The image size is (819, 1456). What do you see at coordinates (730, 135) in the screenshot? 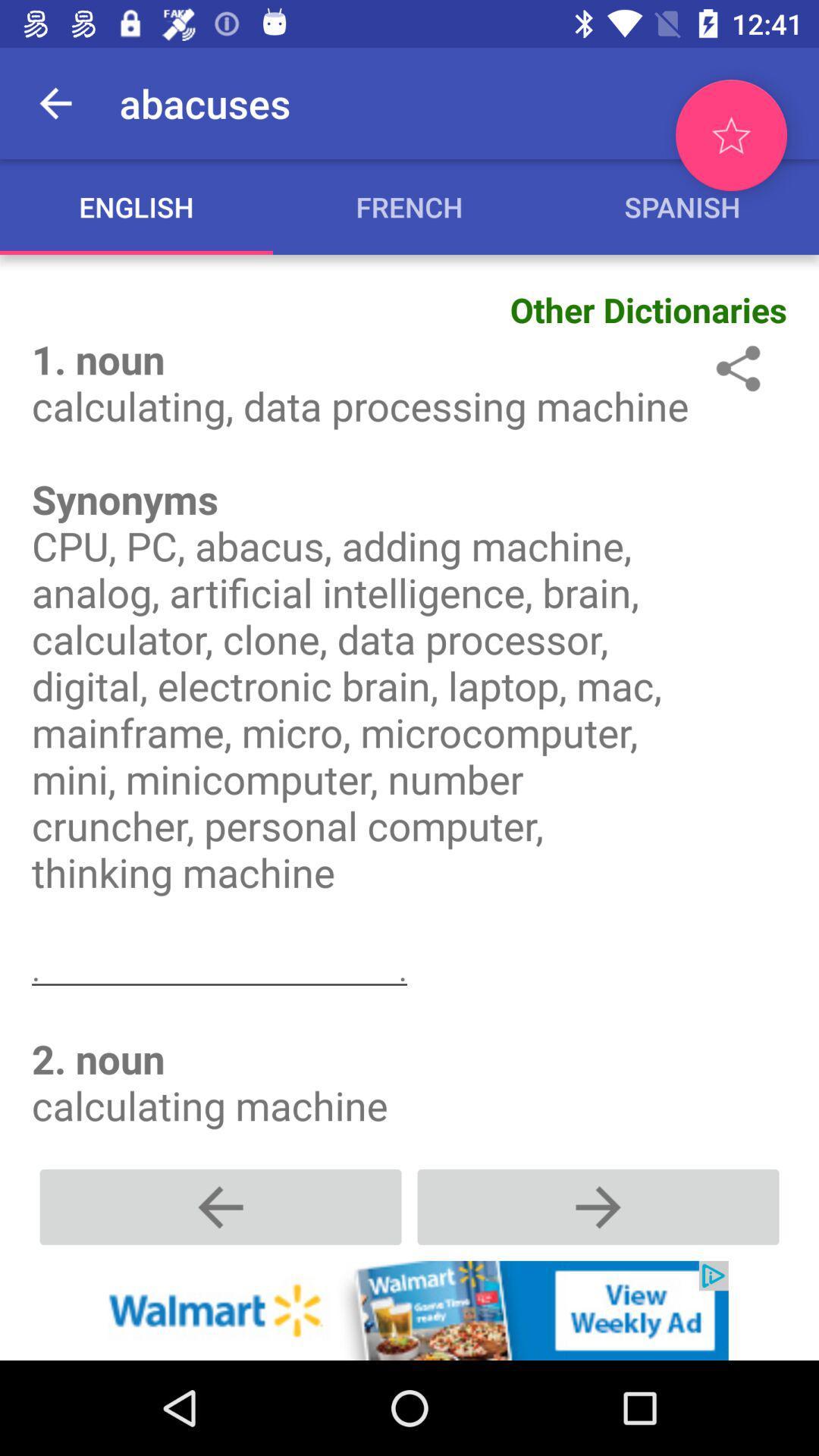
I see `favorite` at bounding box center [730, 135].